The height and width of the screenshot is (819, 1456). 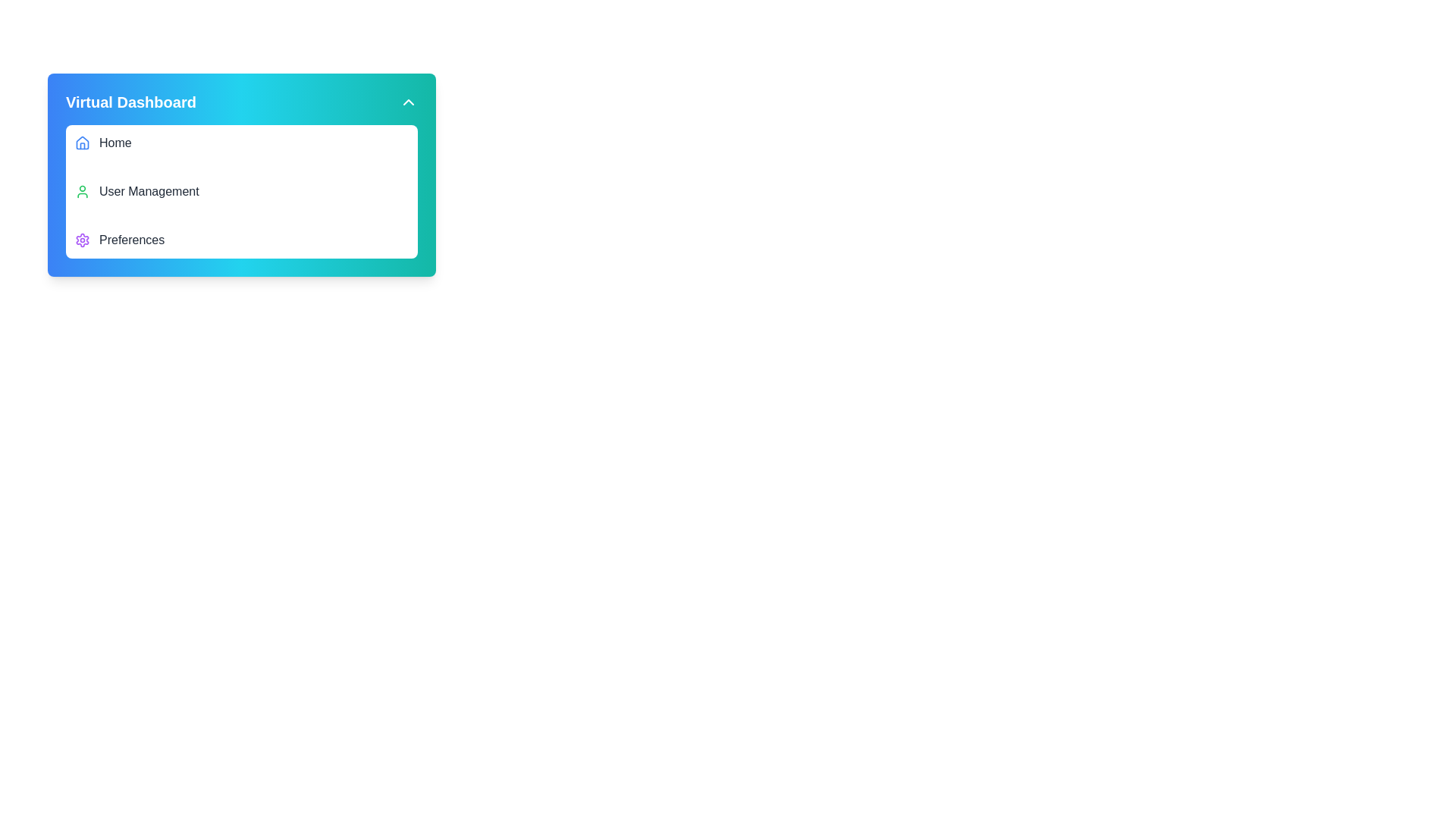 I want to click on the chevron up arrow button located on the far right of the top bar containing 'Virtual Dashboard', so click(x=408, y=102).